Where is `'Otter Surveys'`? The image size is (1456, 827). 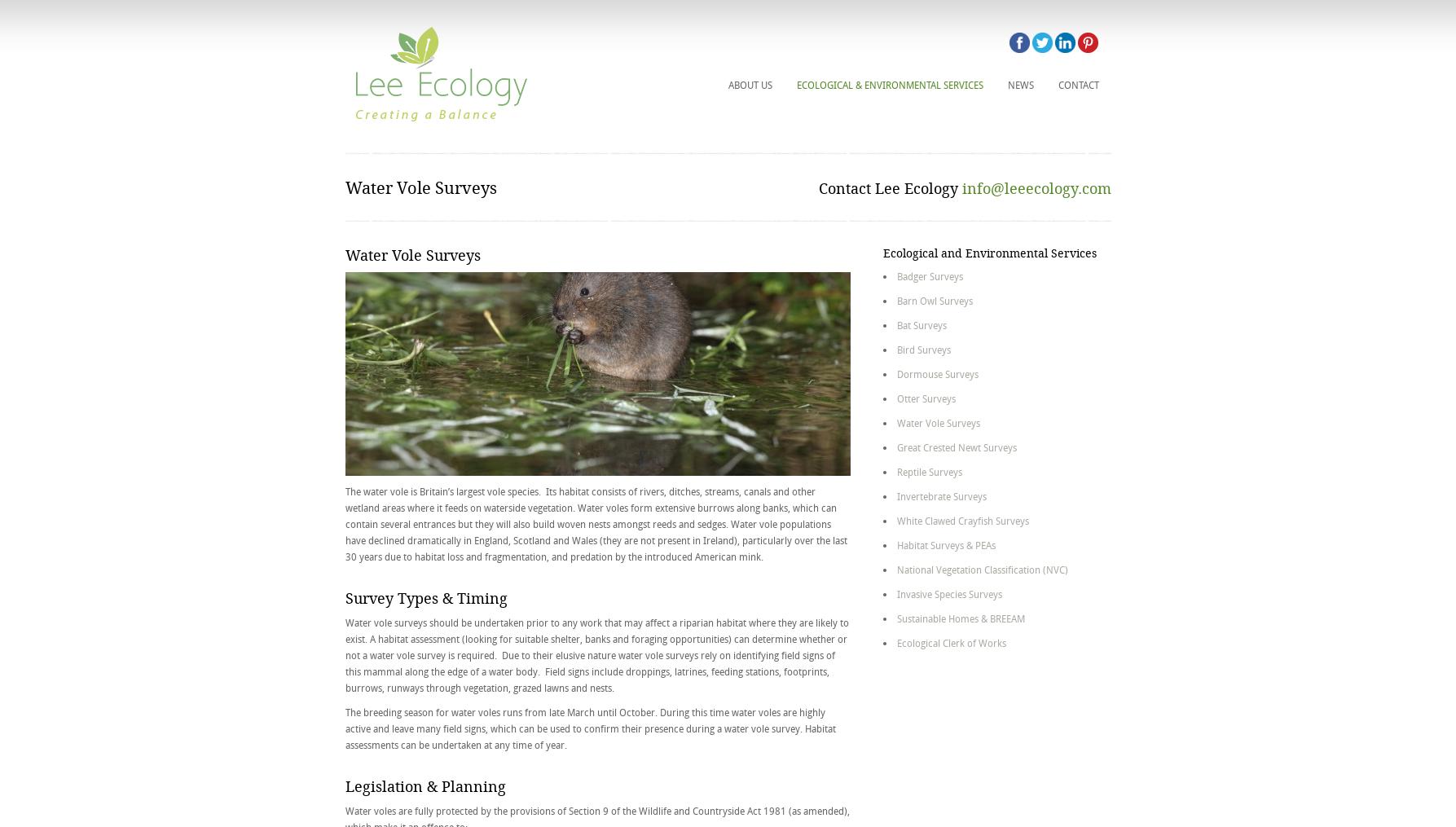
'Otter Surveys' is located at coordinates (896, 398).